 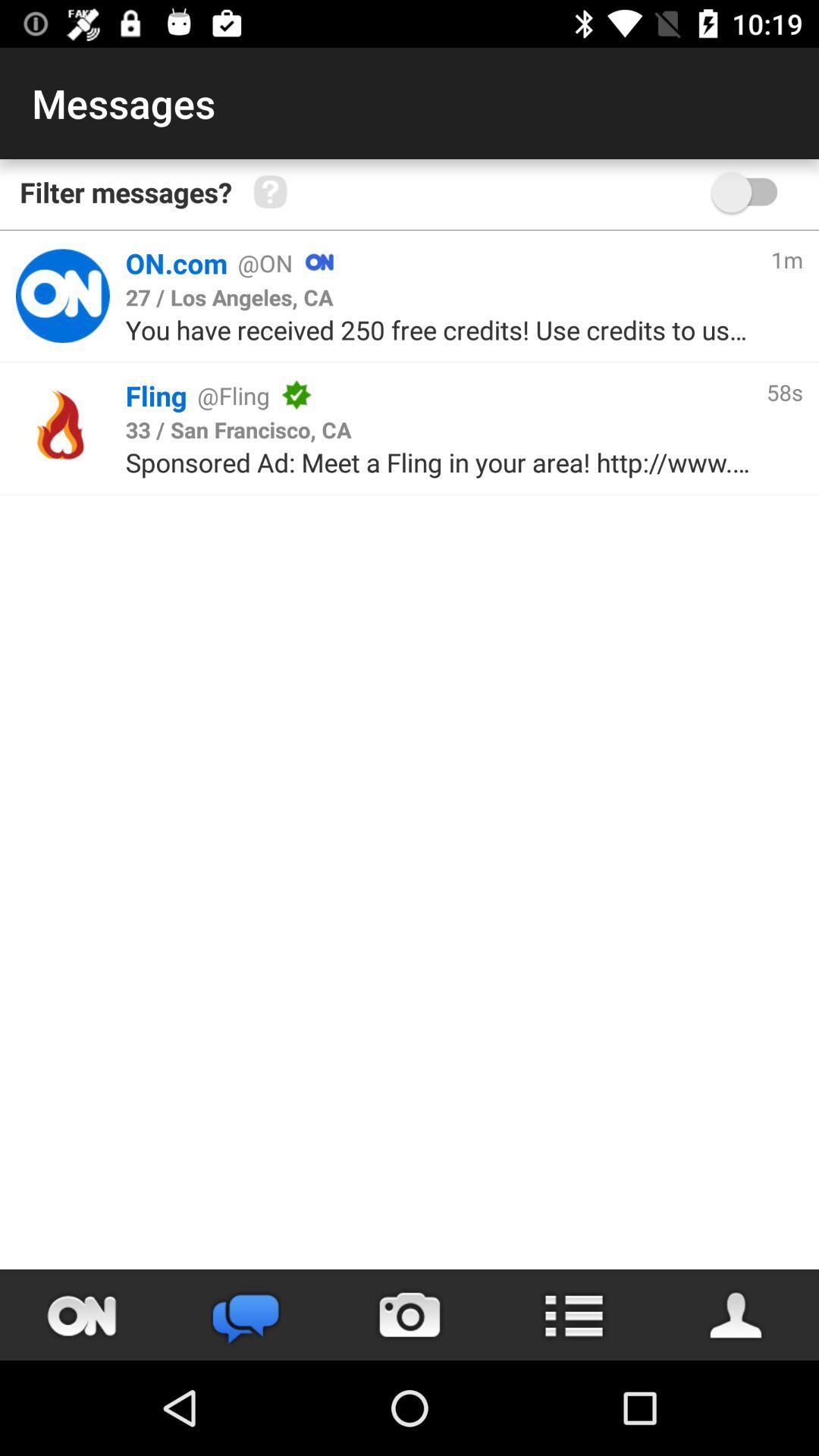 I want to click on icon below the 1m, so click(x=784, y=392).